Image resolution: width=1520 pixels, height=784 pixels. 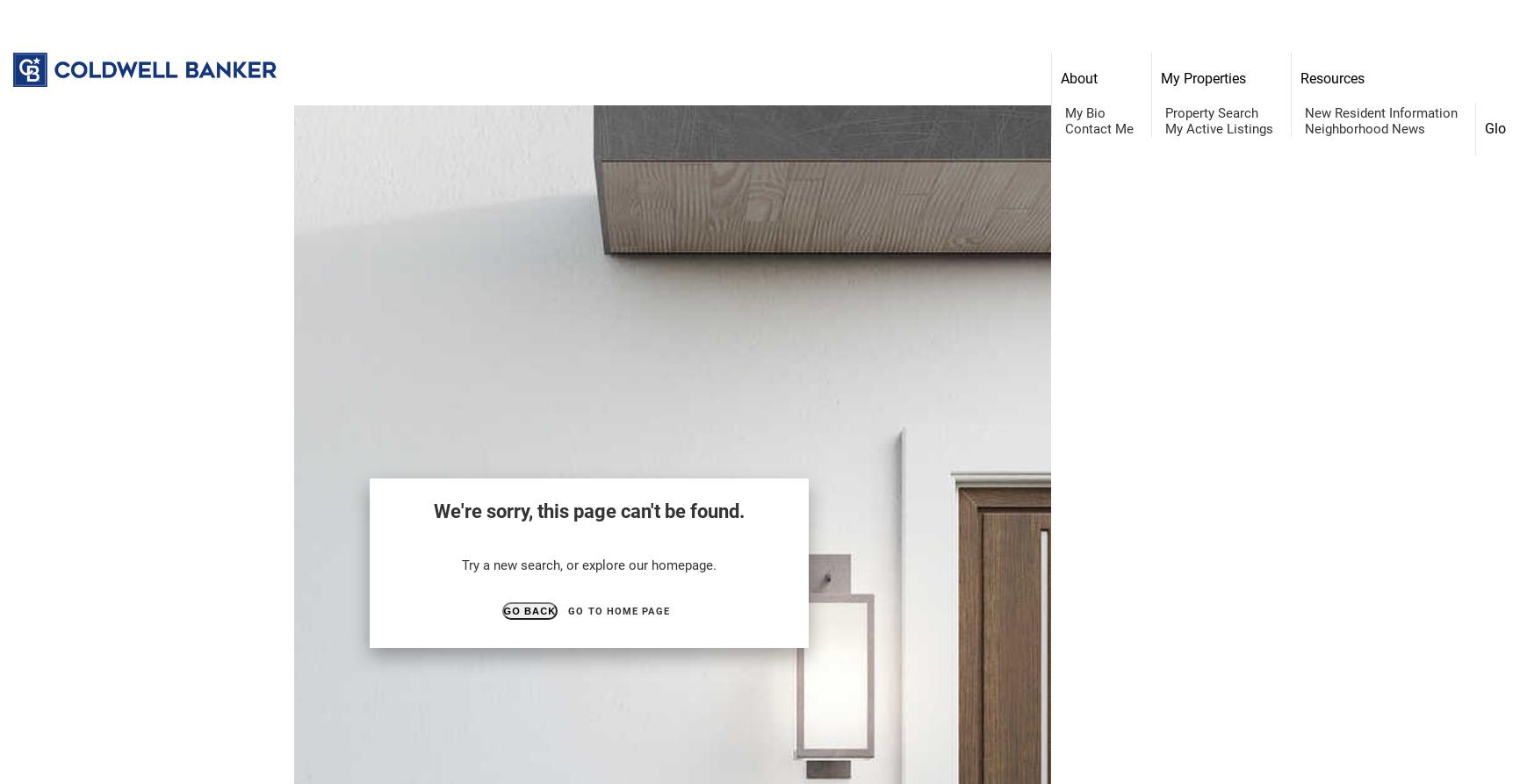 What do you see at coordinates (1201, 78) in the screenshot?
I see `'My Properties'` at bounding box center [1201, 78].